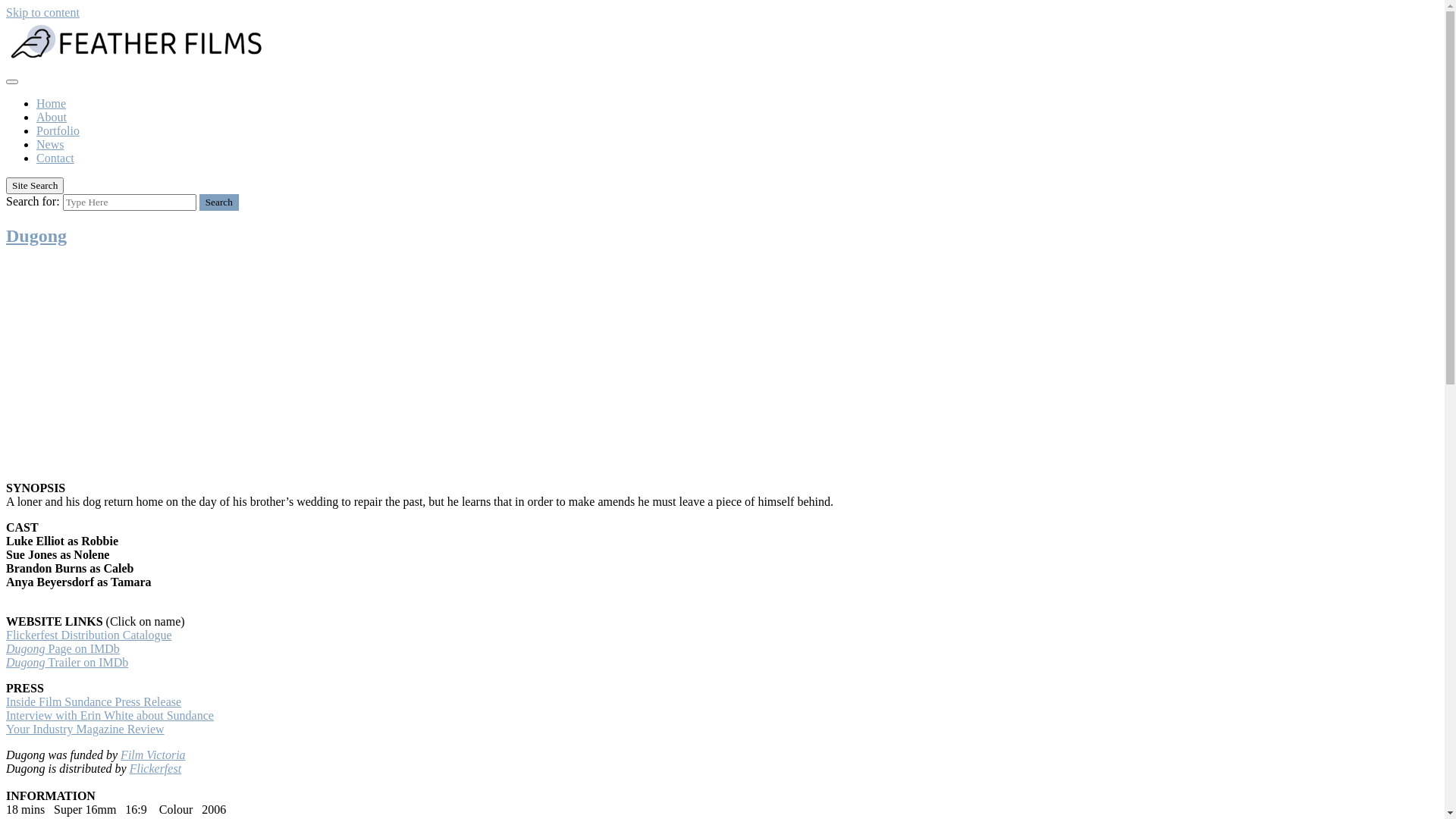 The image size is (1456, 819). Describe the element at coordinates (155, 768) in the screenshot. I see `'Flickerfest'` at that location.